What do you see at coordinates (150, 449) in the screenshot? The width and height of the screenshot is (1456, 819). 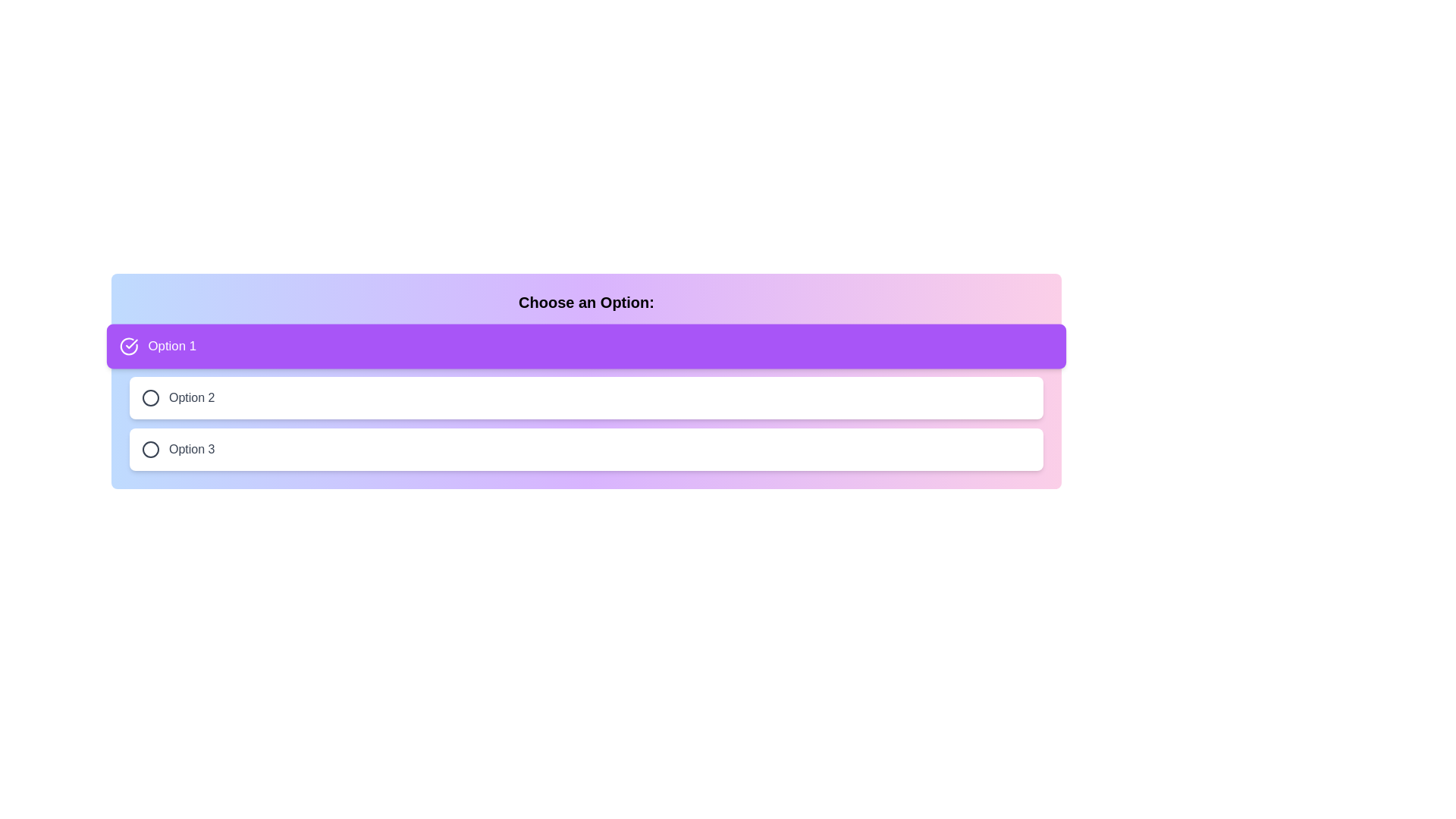 I see `the circular icon with a hollow center located to the left of the 'Option 3' text in the third row of the list` at bounding box center [150, 449].